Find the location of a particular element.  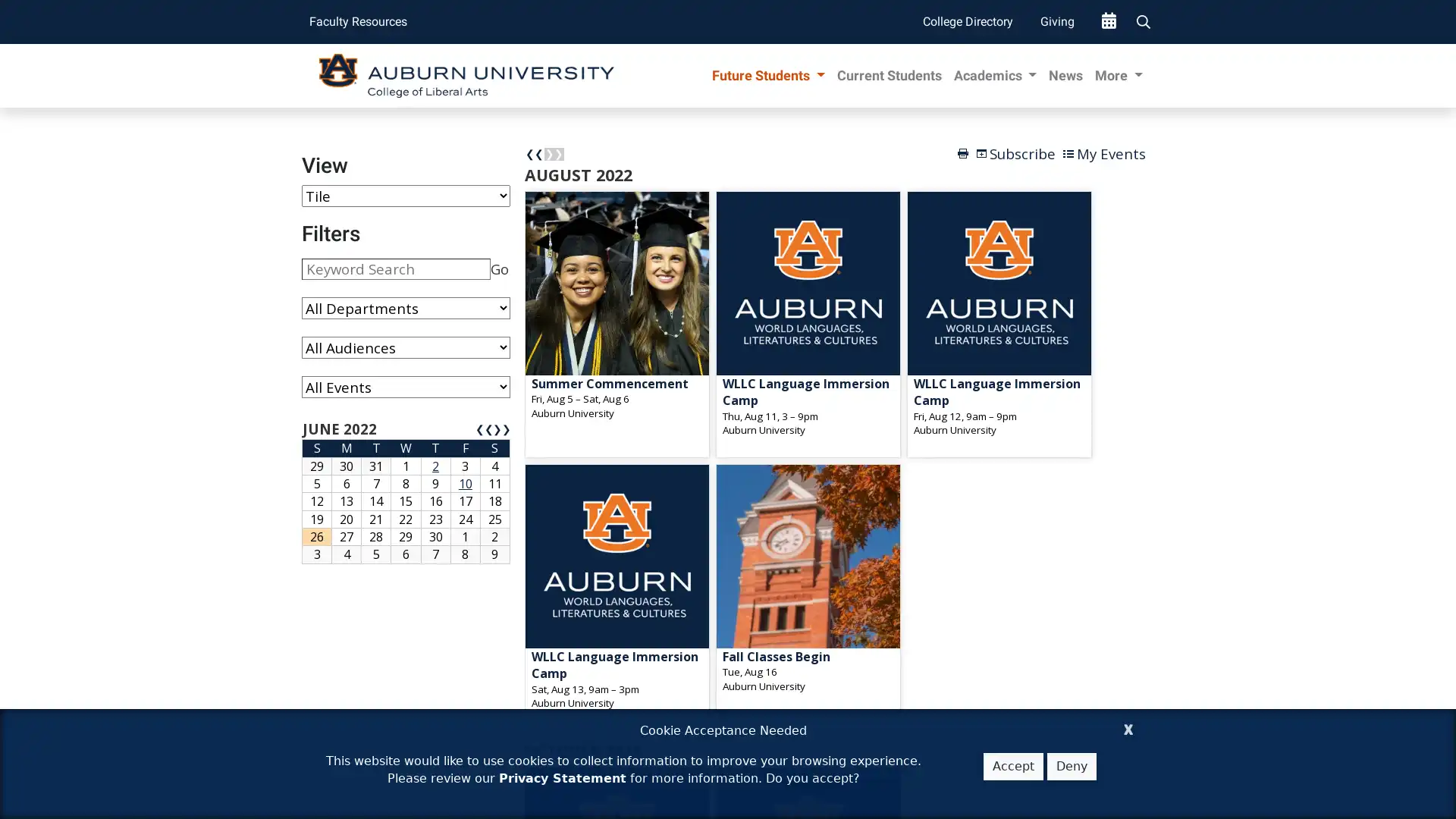

Deny is located at coordinates (1071, 766).